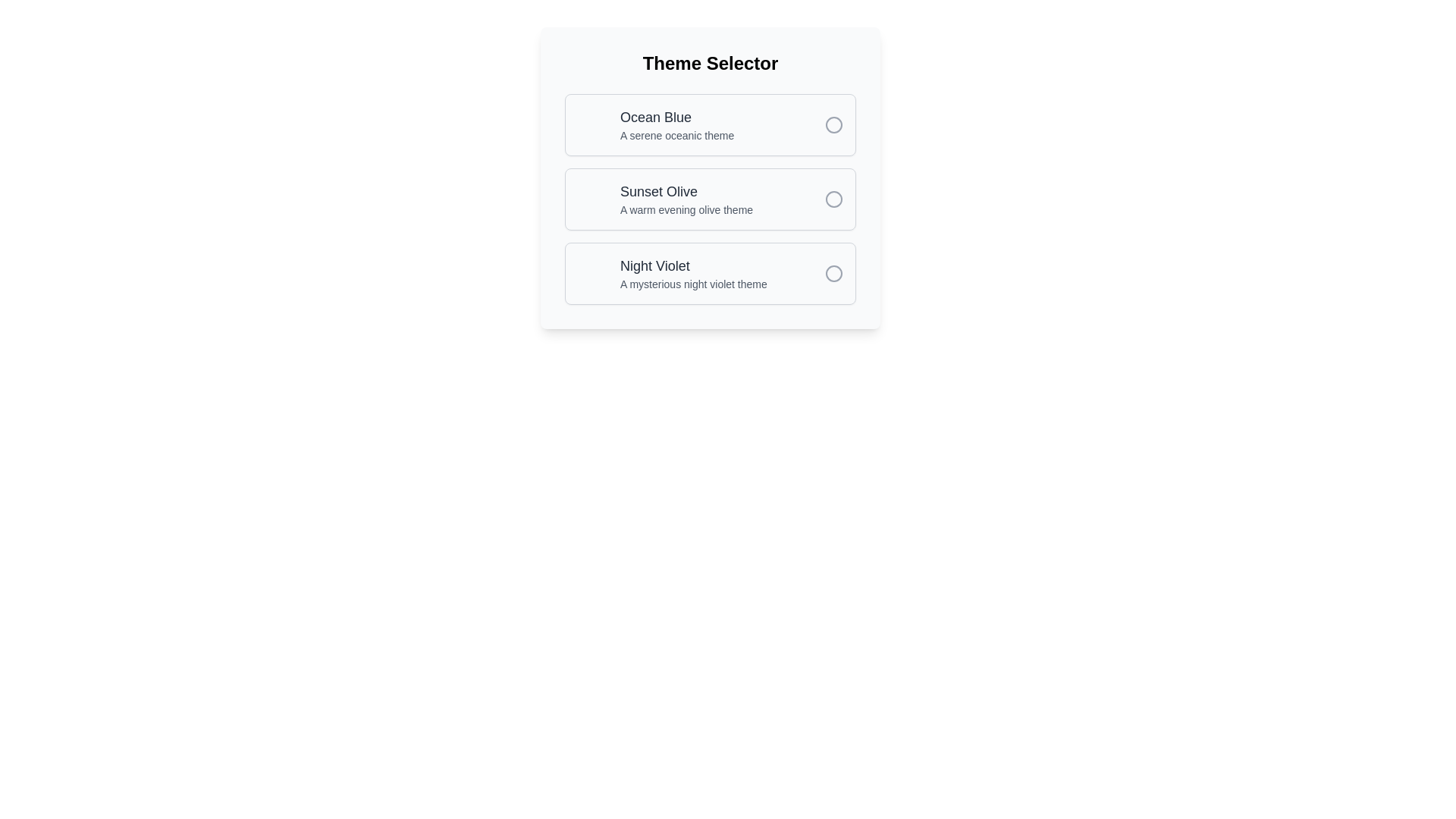 The height and width of the screenshot is (819, 1456). Describe the element at coordinates (709, 198) in the screenshot. I see `the selectable theme option labeled 'Sunset Olive'` at that location.